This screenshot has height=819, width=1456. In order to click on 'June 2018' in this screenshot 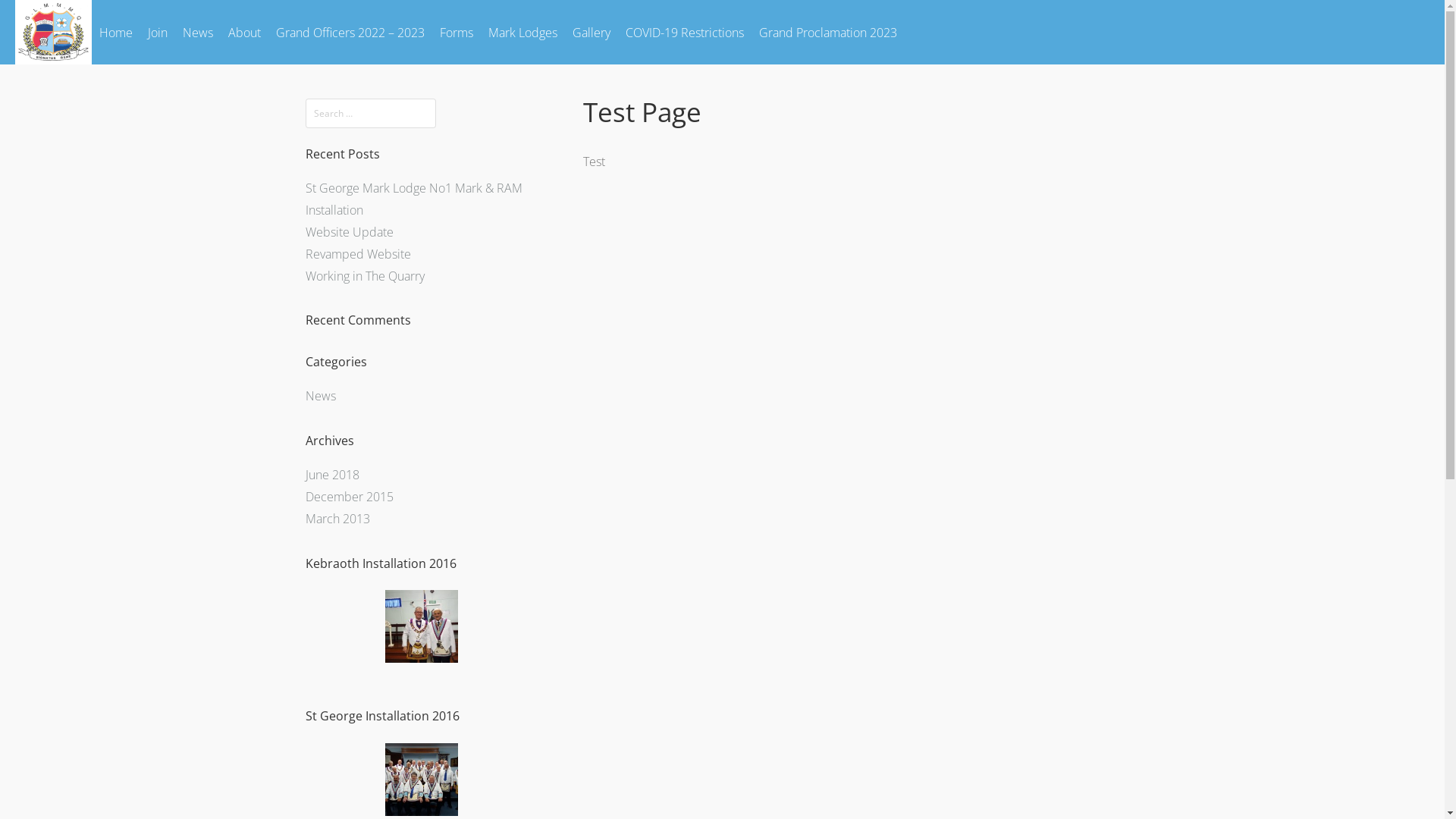, I will do `click(304, 473)`.